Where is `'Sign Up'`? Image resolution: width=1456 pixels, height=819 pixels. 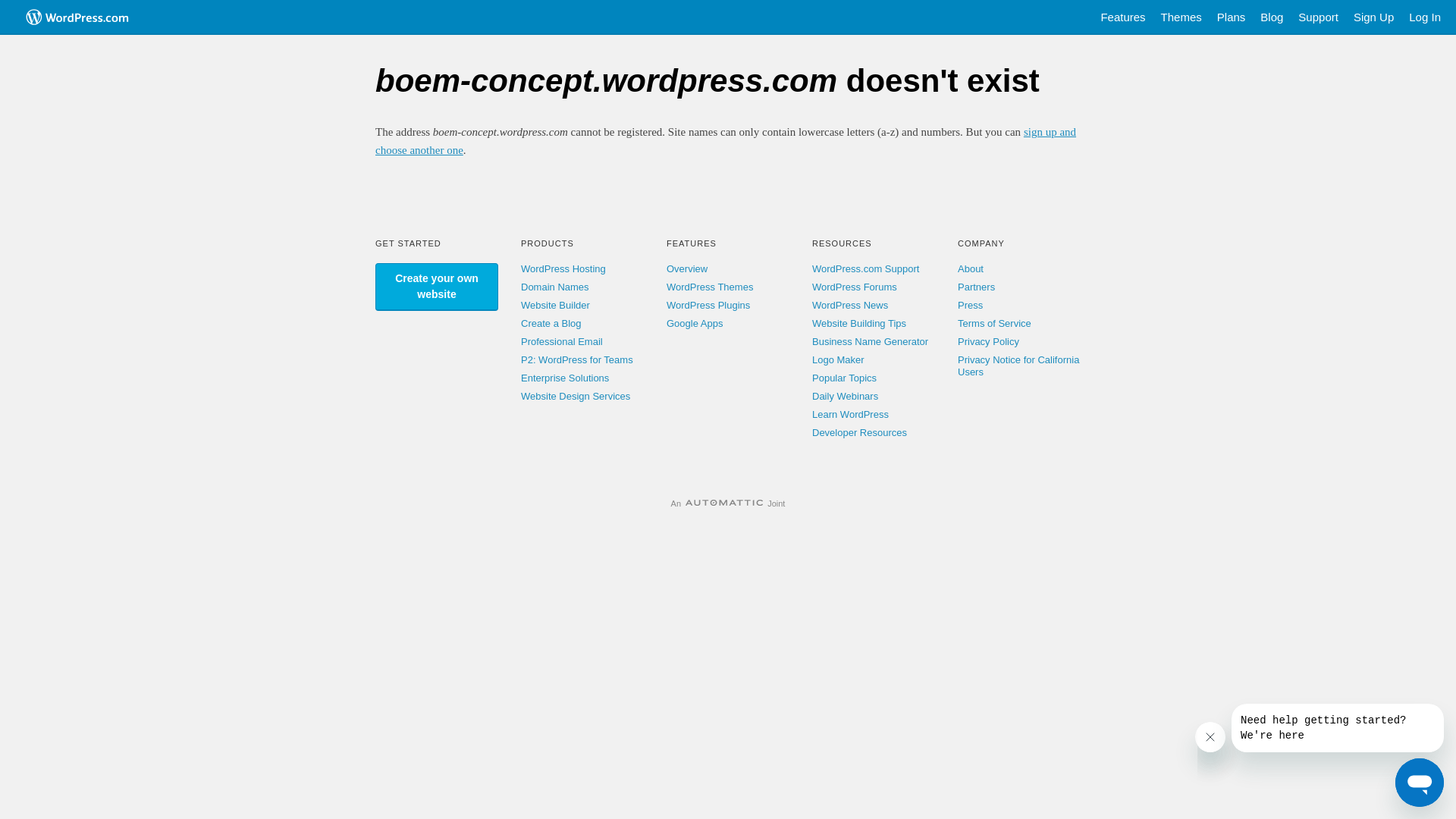 'Sign Up' is located at coordinates (1373, 17).